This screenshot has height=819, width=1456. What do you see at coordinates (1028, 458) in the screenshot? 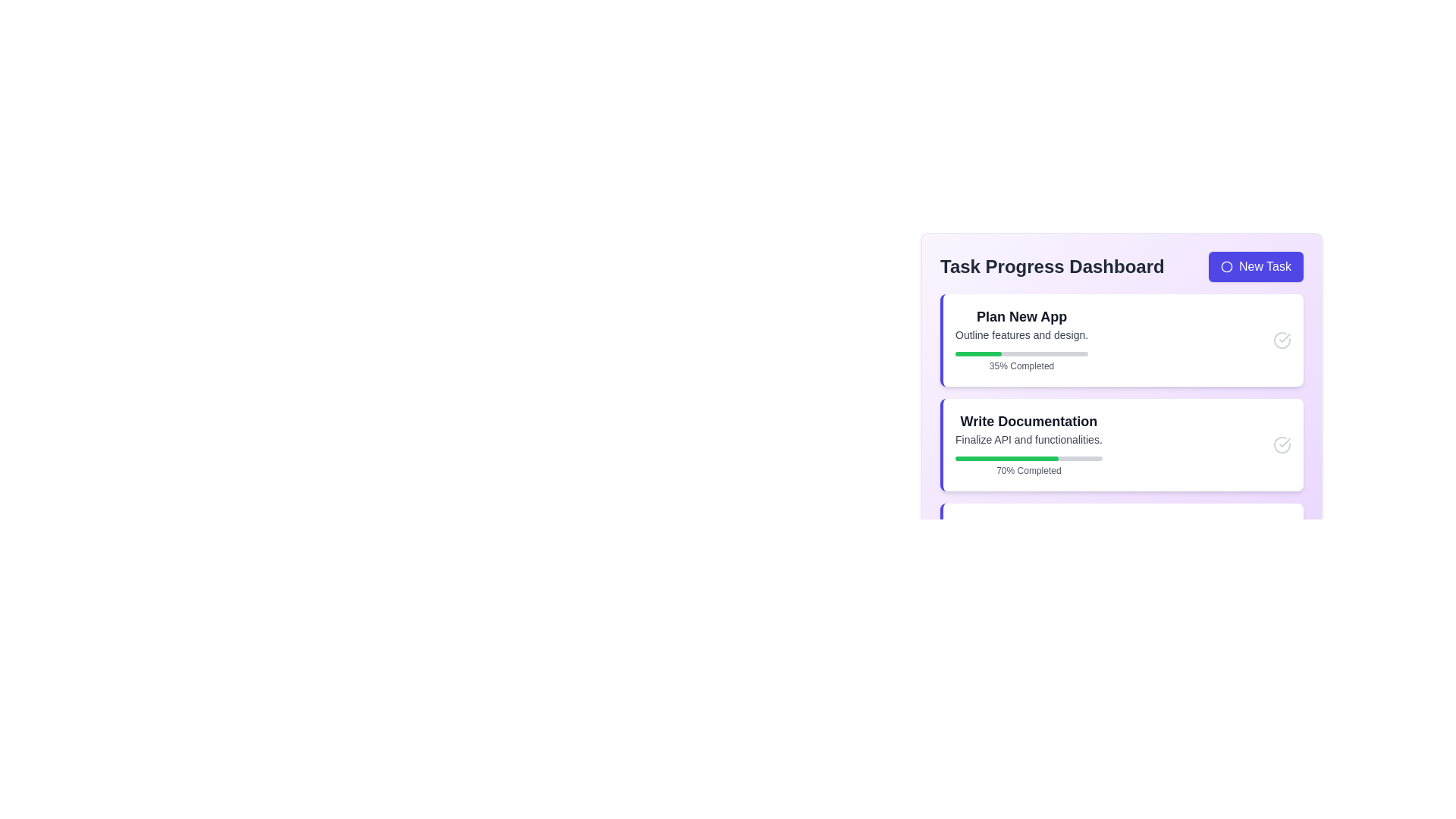
I see `the Progress Bar indicating 70% completion for the task 'Write Documentation', which is positioned below the text '70% Completed'` at bounding box center [1028, 458].